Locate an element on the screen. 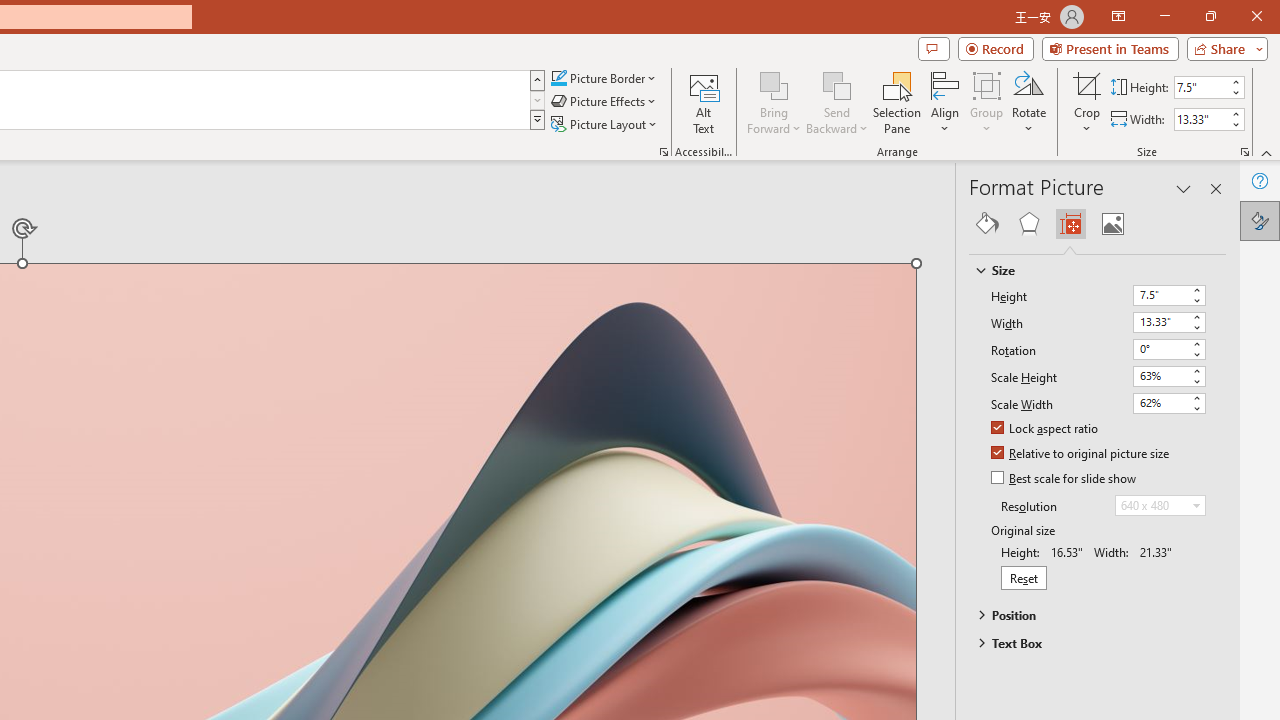 Image resolution: width=1280 pixels, height=720 pixels. 'Bring Forward' is located at coordinates (773, 84).